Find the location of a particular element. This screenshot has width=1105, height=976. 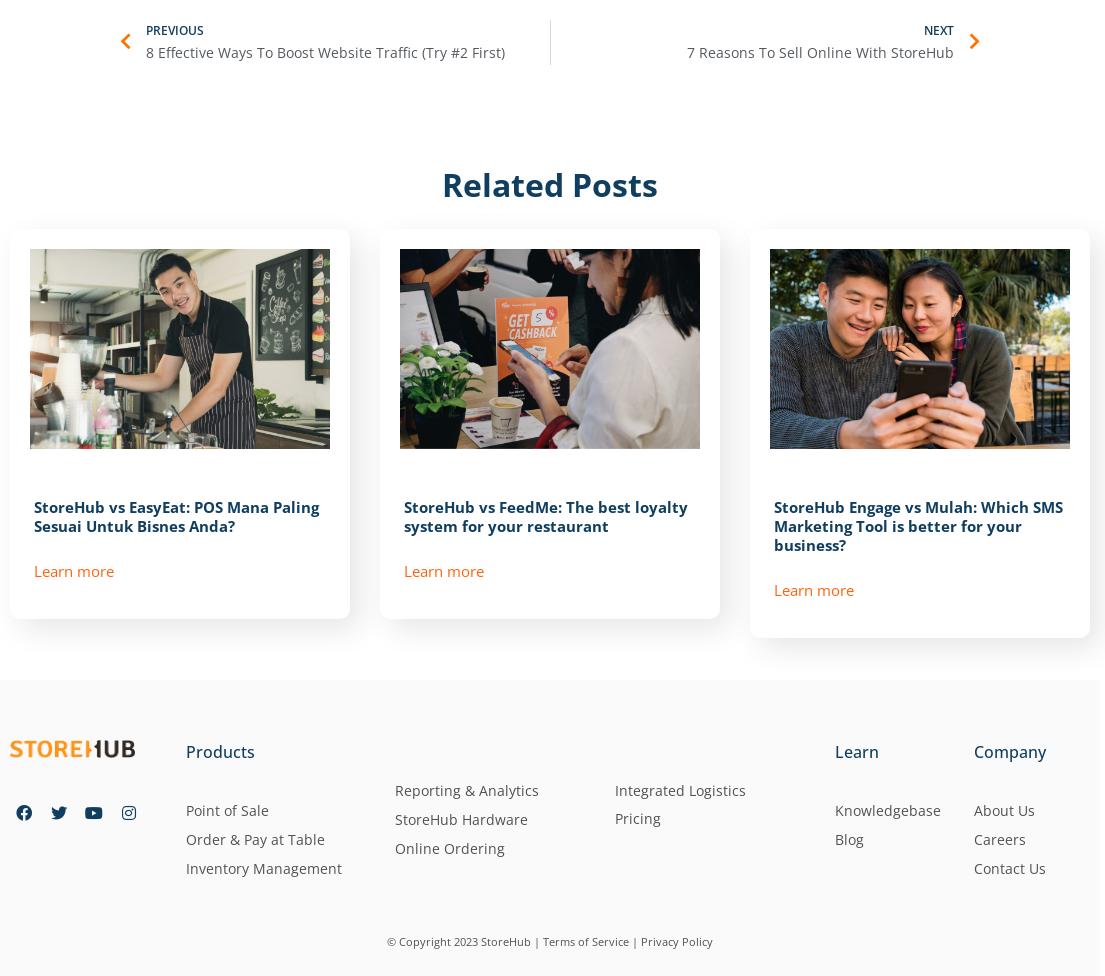

'Related Posts' is located at coordinates (441, 182).